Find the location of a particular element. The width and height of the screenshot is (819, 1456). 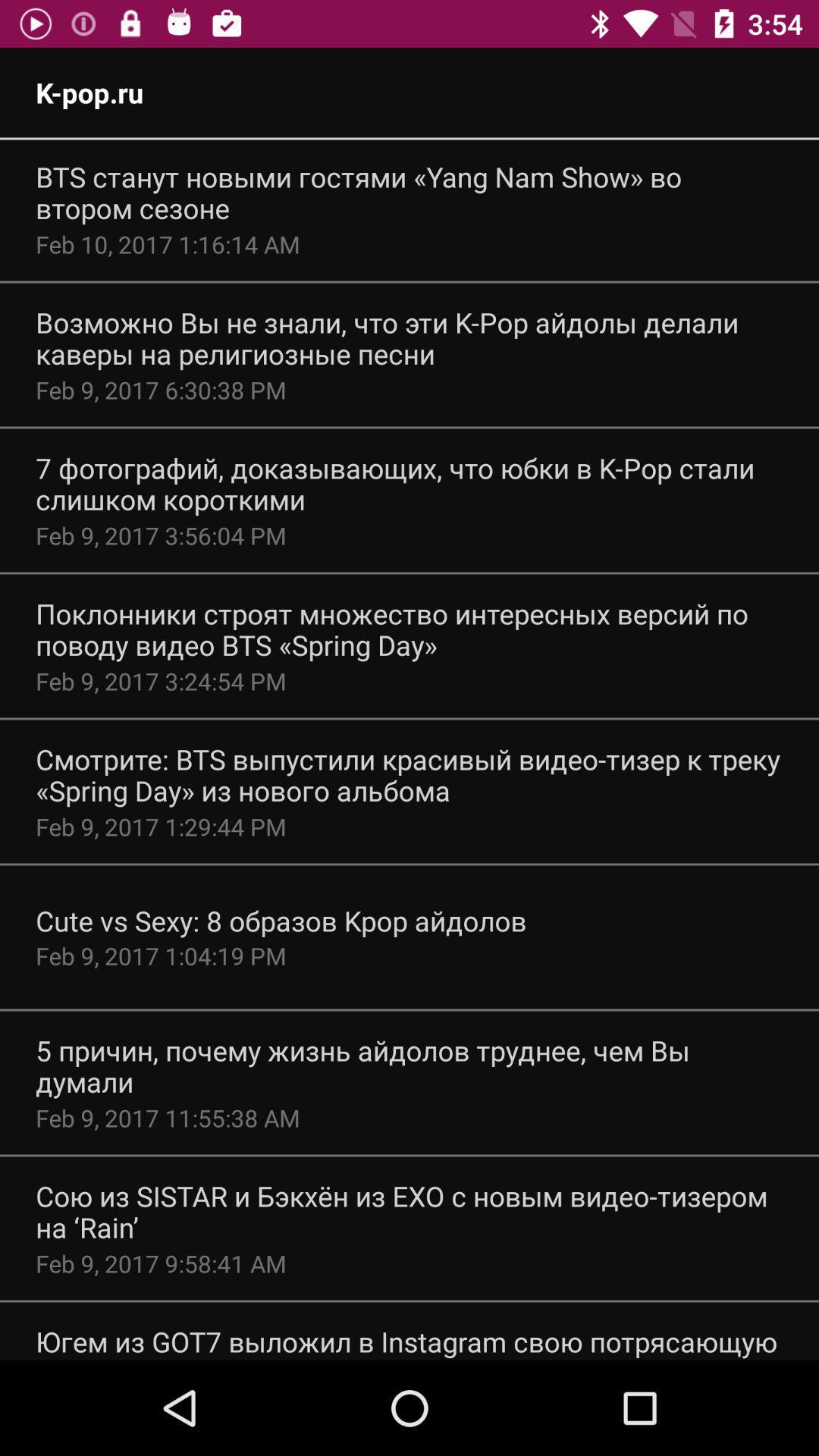

item below the feb 9 2017 is located at coordinates (281, 920).